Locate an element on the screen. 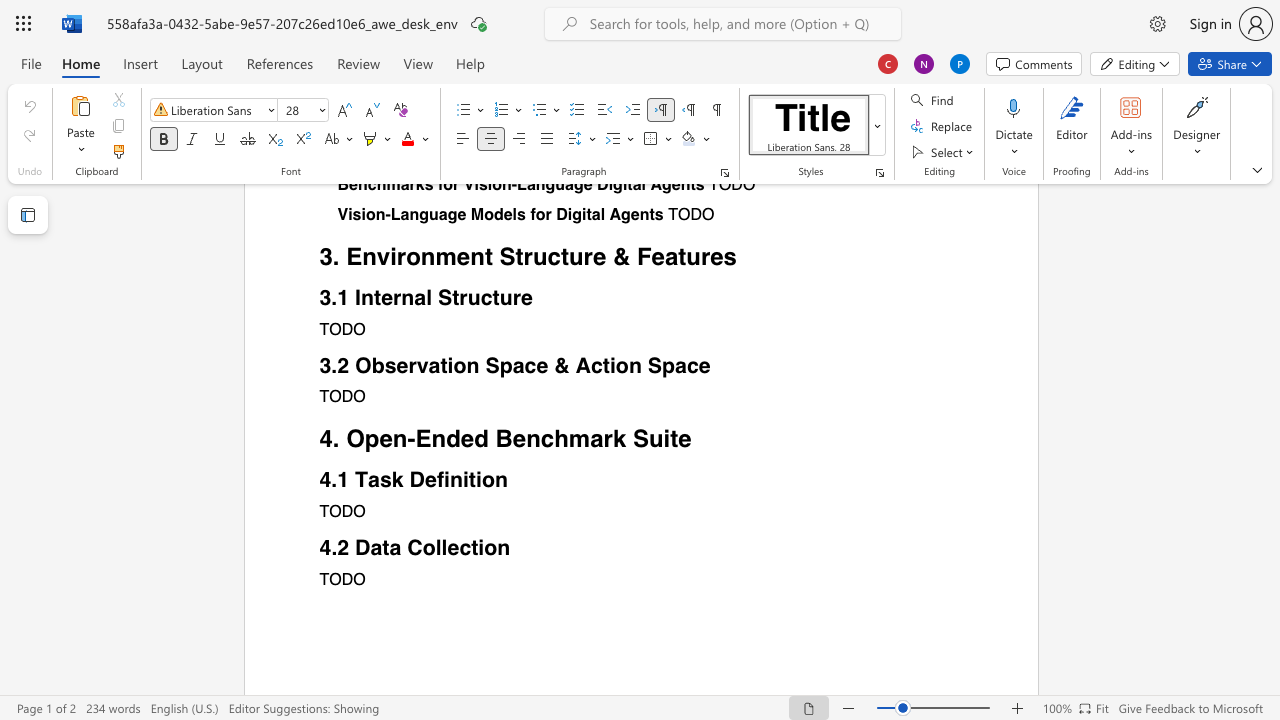 The image size is (1280, 720). the subset text "ed Benchmark Su" within the text "4. Open-Ended Benchmark Suite" is located at coordinates (459, 438).